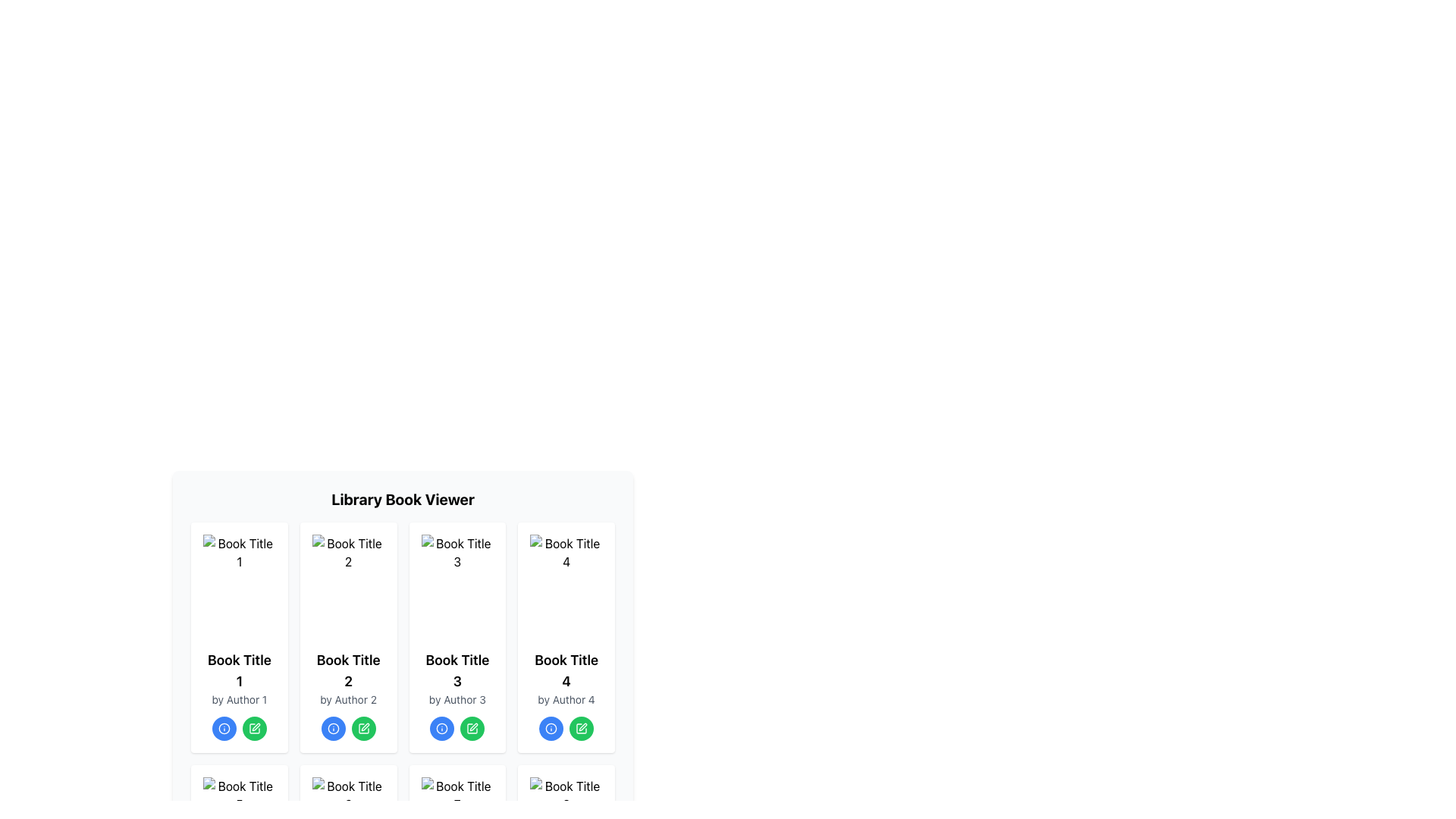 The width and height of the screenshot is (1456, 819). Describe the element at coordinates (254, 727) in the screenshot. I see `the green pen icon located in the fourth column under 'Book Title 1'` at that location.